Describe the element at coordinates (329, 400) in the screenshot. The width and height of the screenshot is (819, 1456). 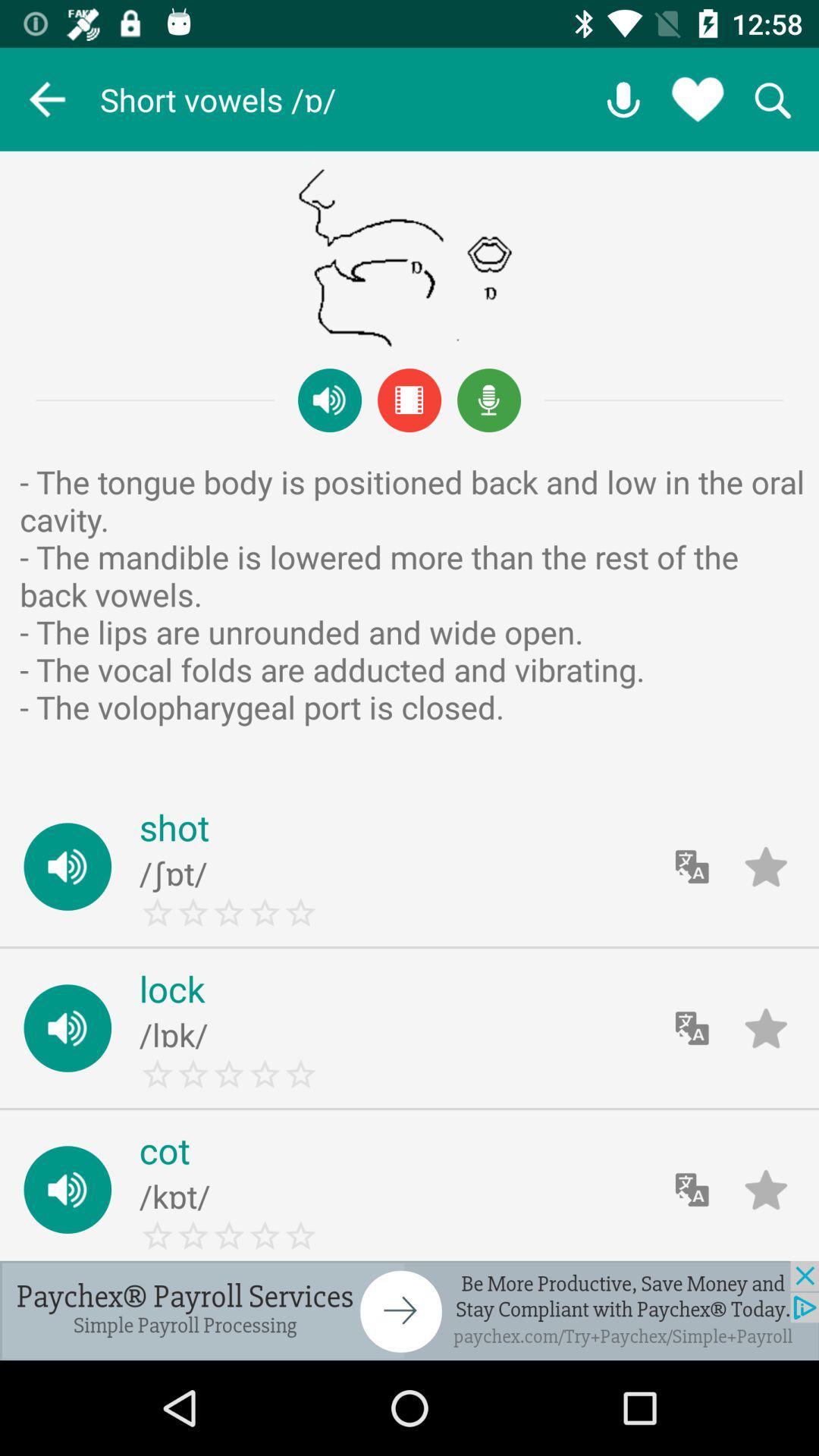
I see `the volume icon` at that location.